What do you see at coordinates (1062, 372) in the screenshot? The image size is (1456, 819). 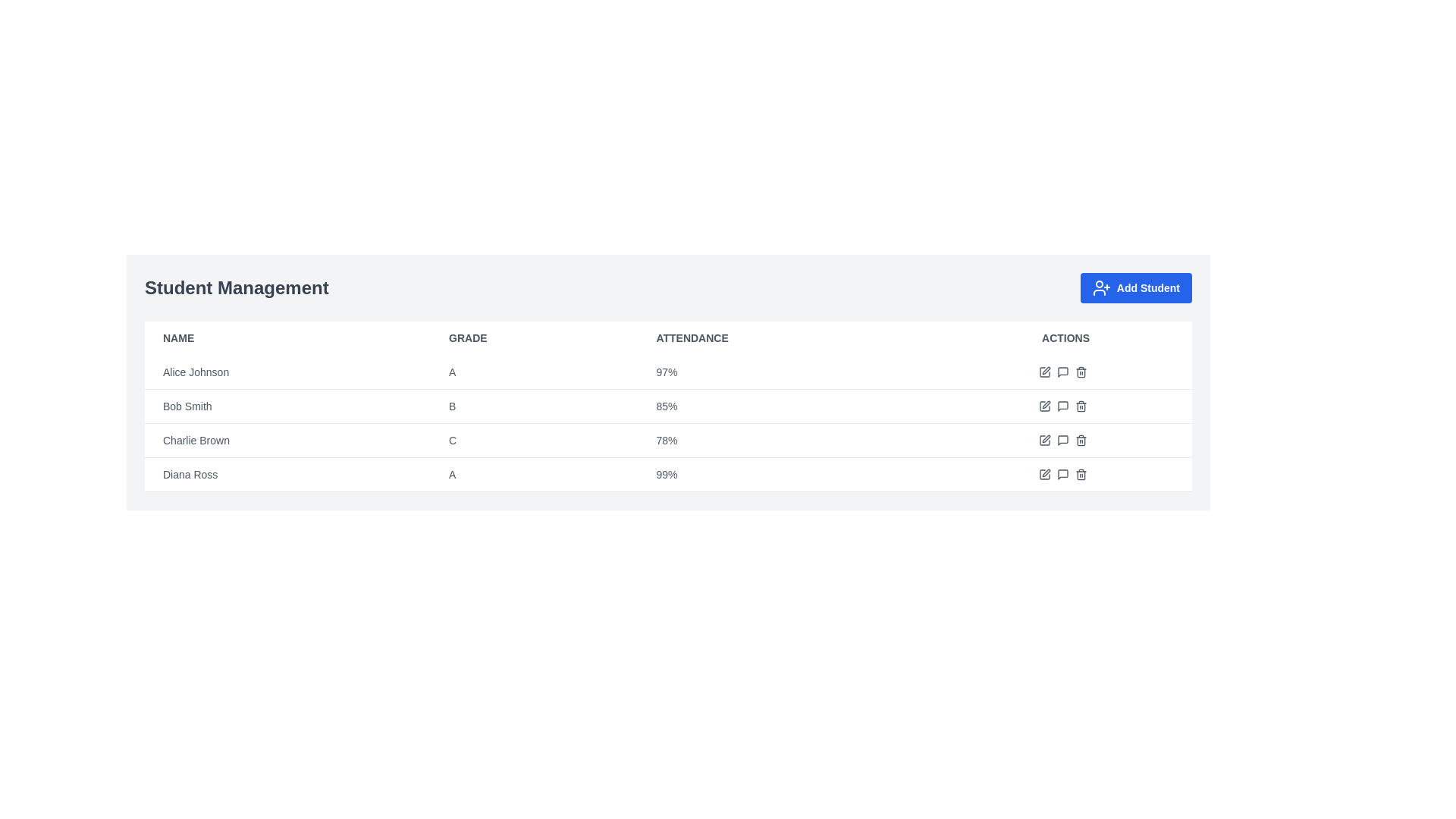 I see `the speech bubble icon located in the 'Actions' column of the table row for Bob Smith` at bounding box center [1062, 372].